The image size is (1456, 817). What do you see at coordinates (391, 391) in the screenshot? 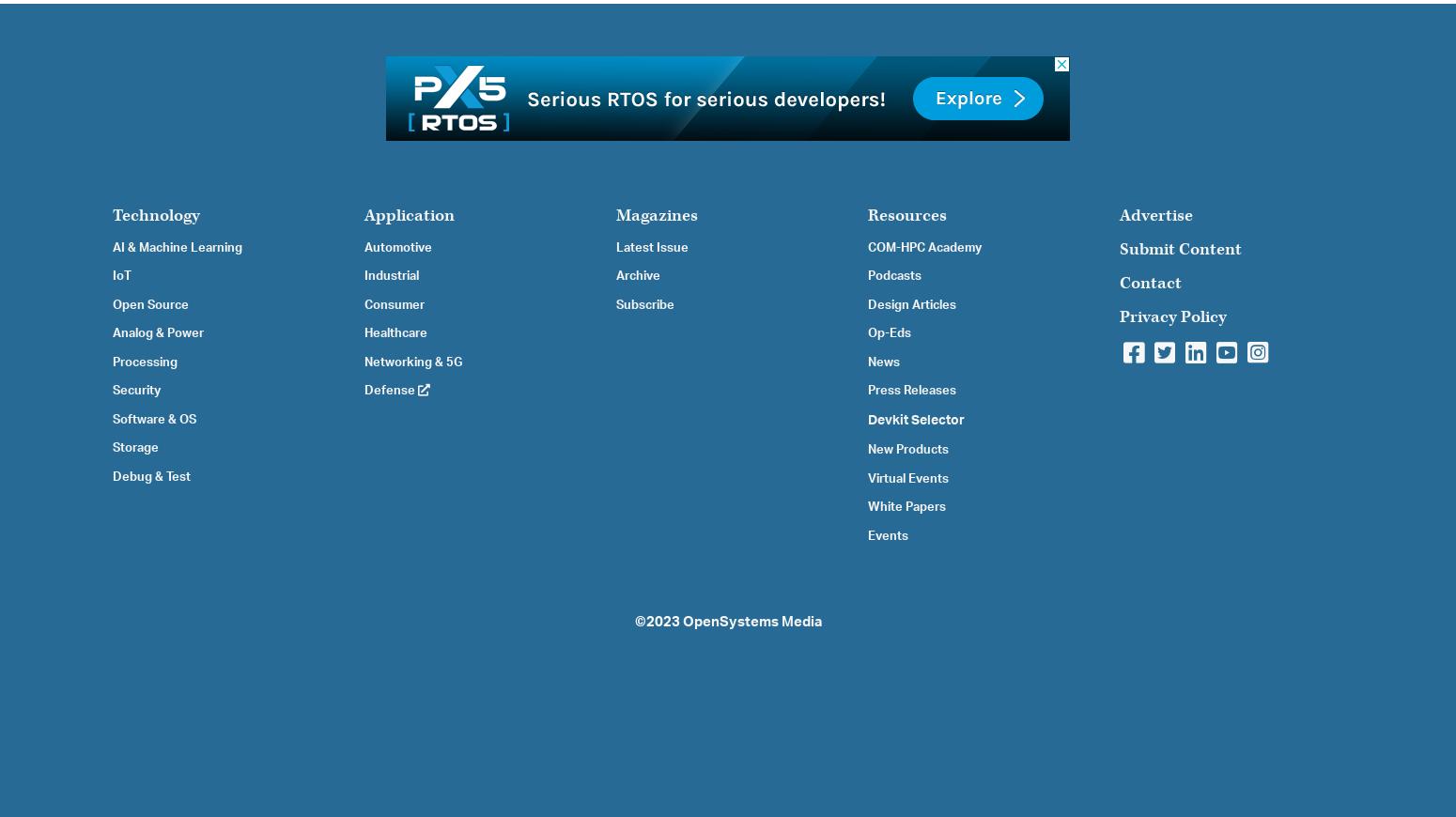
I see `'Defense'` at bounding box center [391, 391].